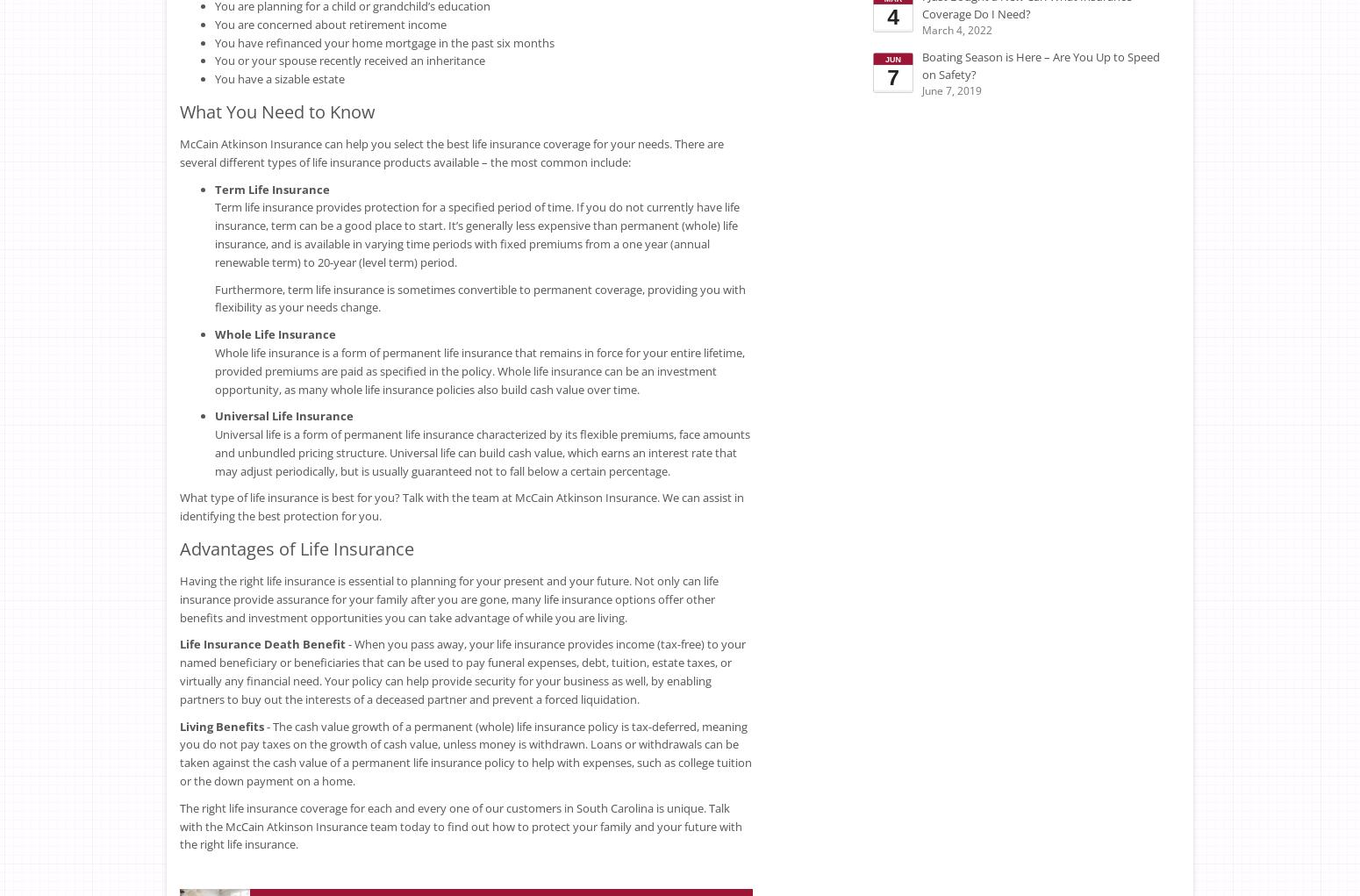 This screenshot has height=896, width=1360. I want to click on 'You are concerned about retirement income', so click(329, 22).